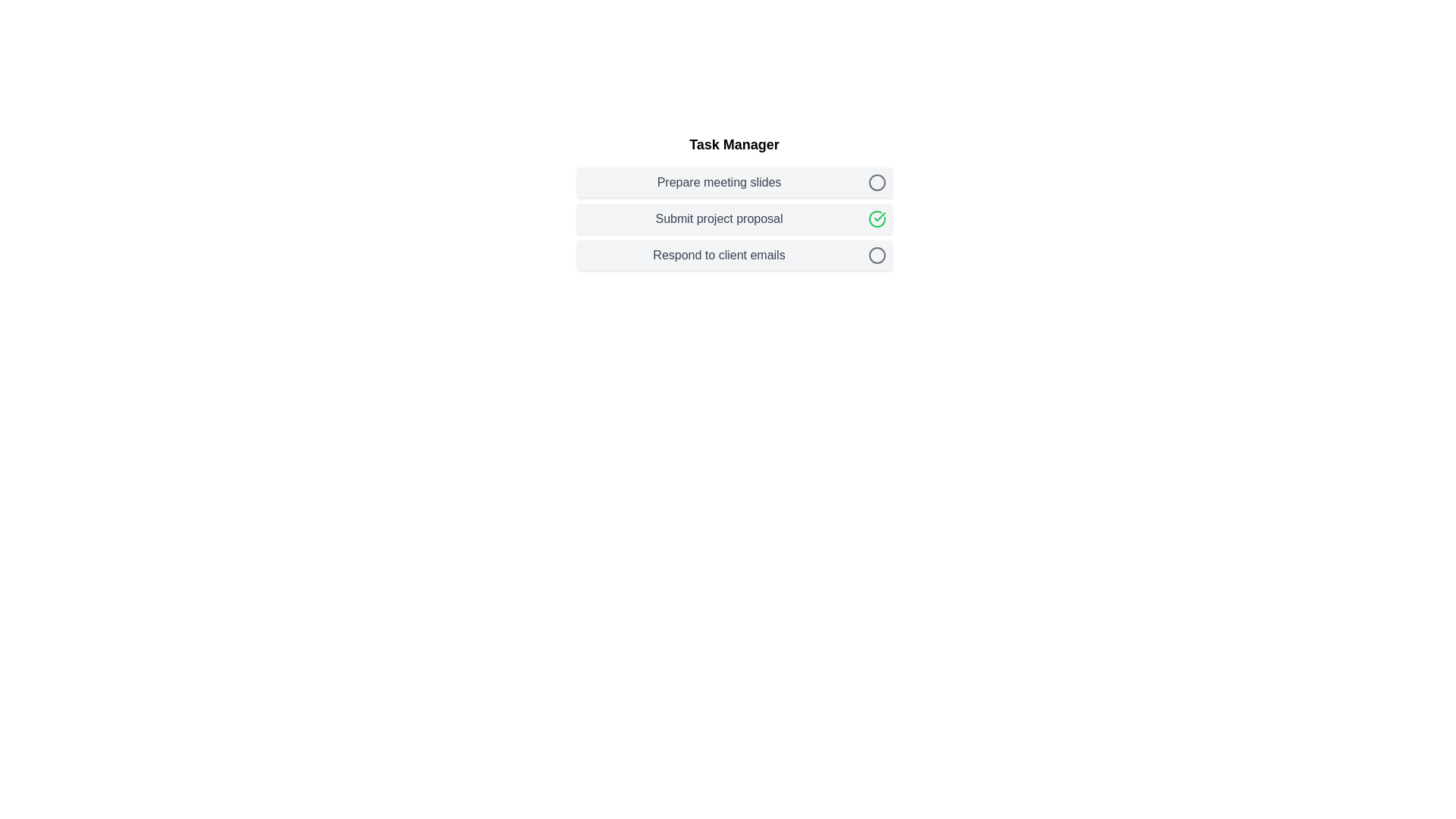 The height and width of the screenshot is (819, 1456). What do you see at coordinates (718, 219) in the screenshot?
I see `the text label displaying 'Submit project proposal', which is a central component in the task list interface` at bounding box center [718, 219].